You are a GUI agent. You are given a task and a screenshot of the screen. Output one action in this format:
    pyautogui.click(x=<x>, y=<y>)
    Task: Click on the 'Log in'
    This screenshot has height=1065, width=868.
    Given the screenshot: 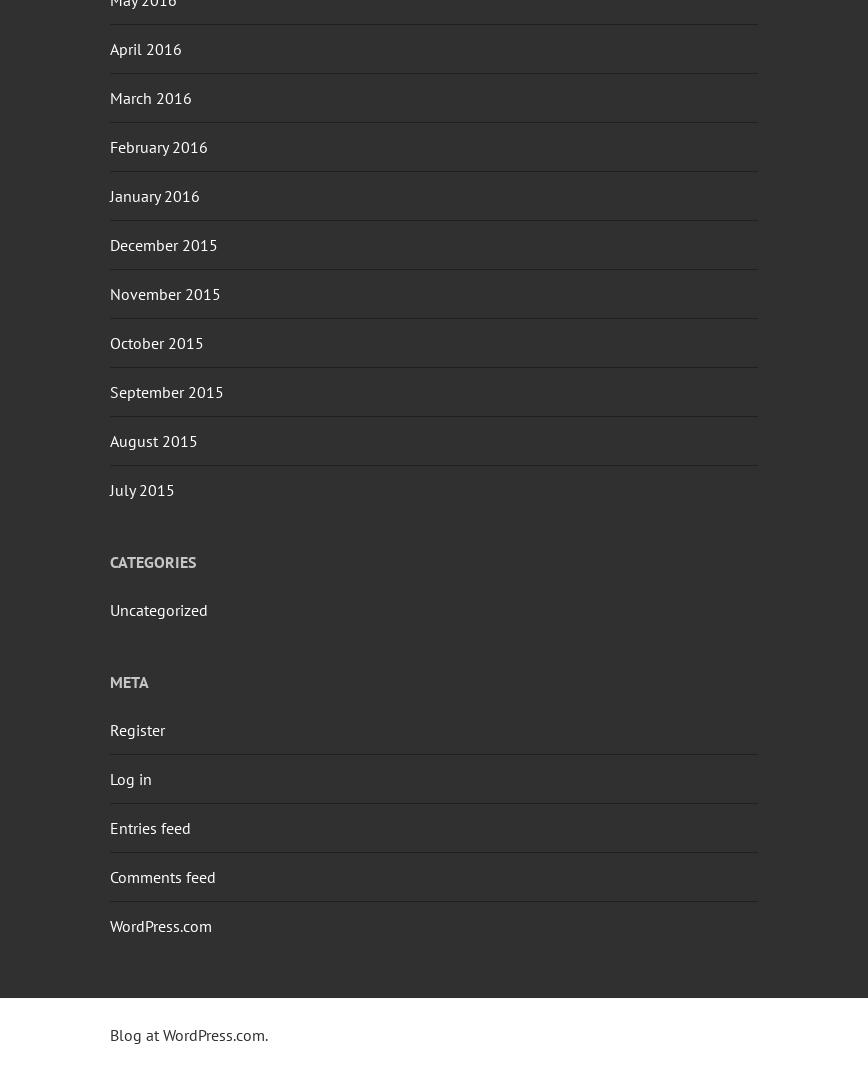 What is the action you would take?
    pyautogui.click(x=109, y=777)
    